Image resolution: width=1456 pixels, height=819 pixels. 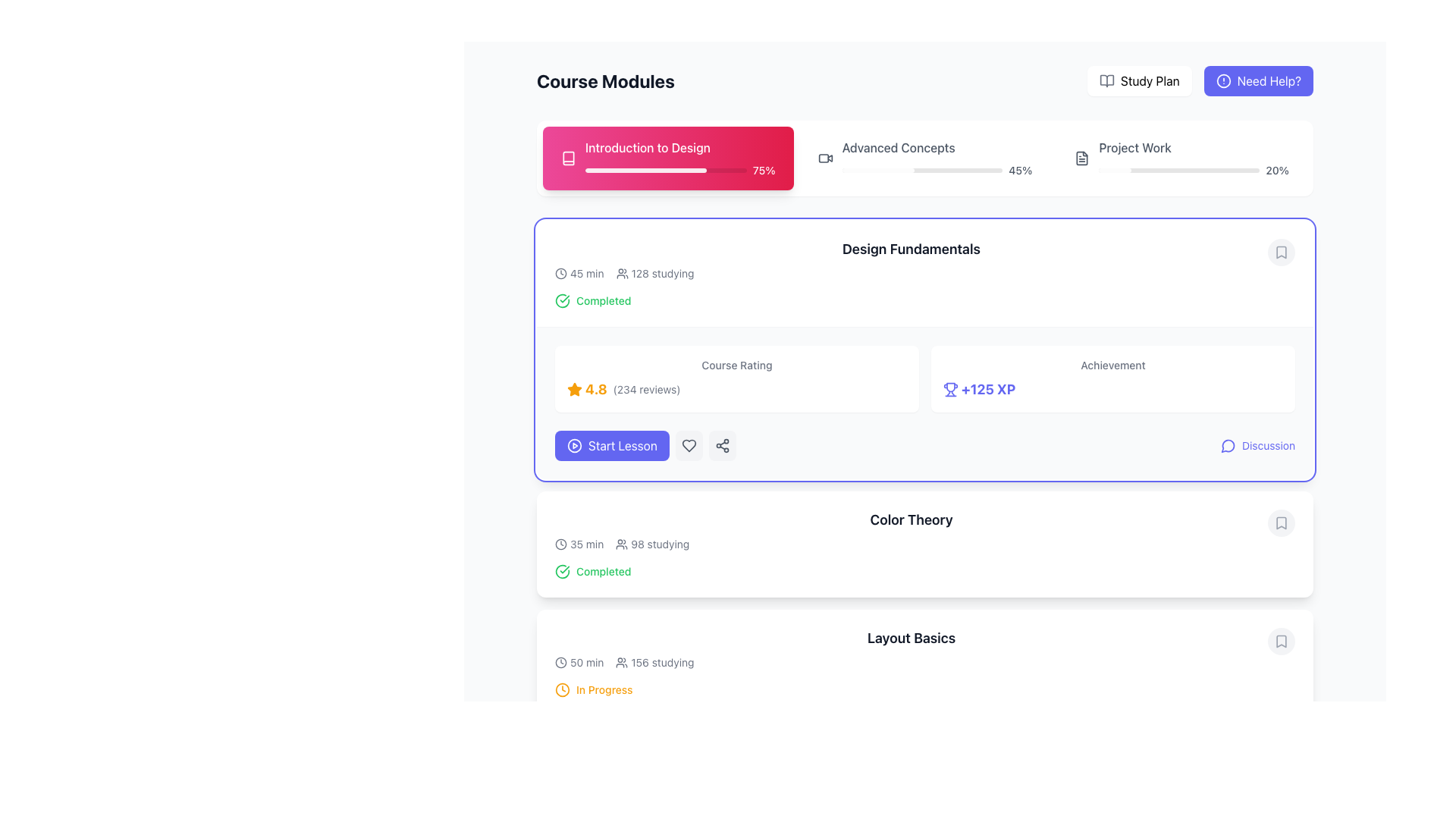 I want to click on the 'Need Help?' button with a royal blue background and white text to interact, so click(x=1200, y=81).